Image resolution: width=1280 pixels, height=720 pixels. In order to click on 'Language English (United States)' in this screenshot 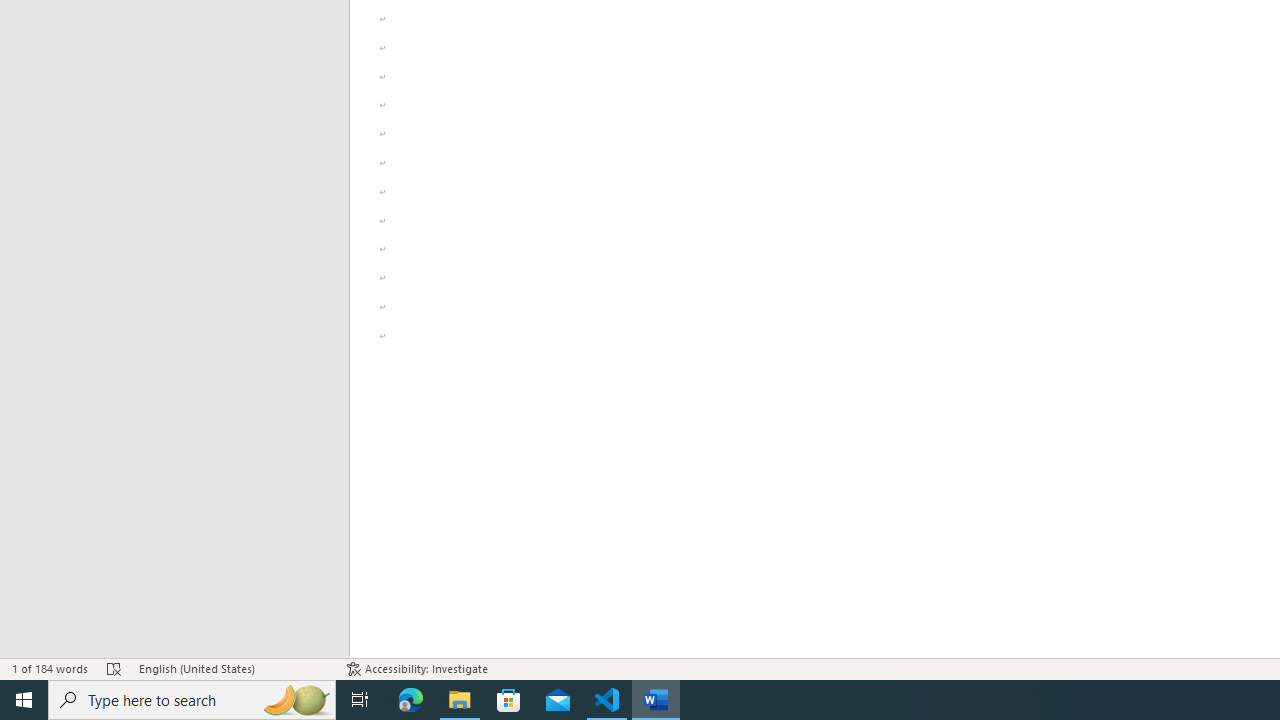, I will do `click(232, 669)`.